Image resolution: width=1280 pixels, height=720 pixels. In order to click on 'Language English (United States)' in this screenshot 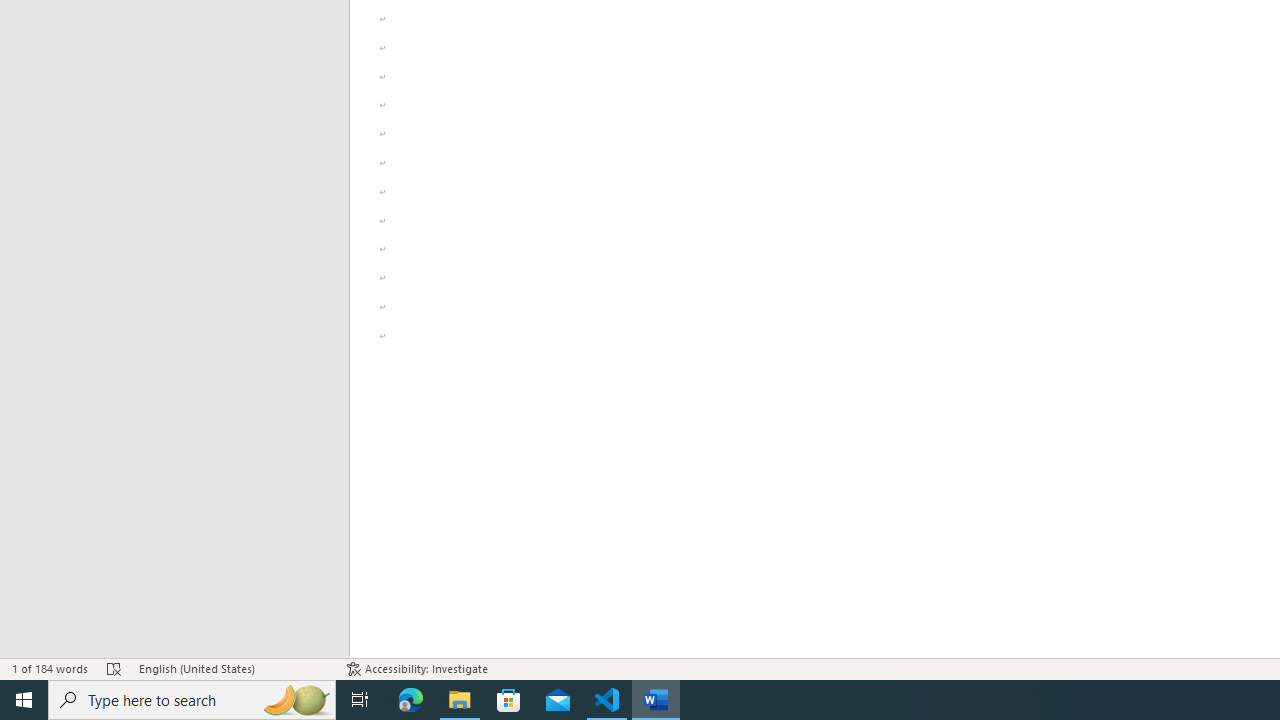, I will do `click(232, 669)`.